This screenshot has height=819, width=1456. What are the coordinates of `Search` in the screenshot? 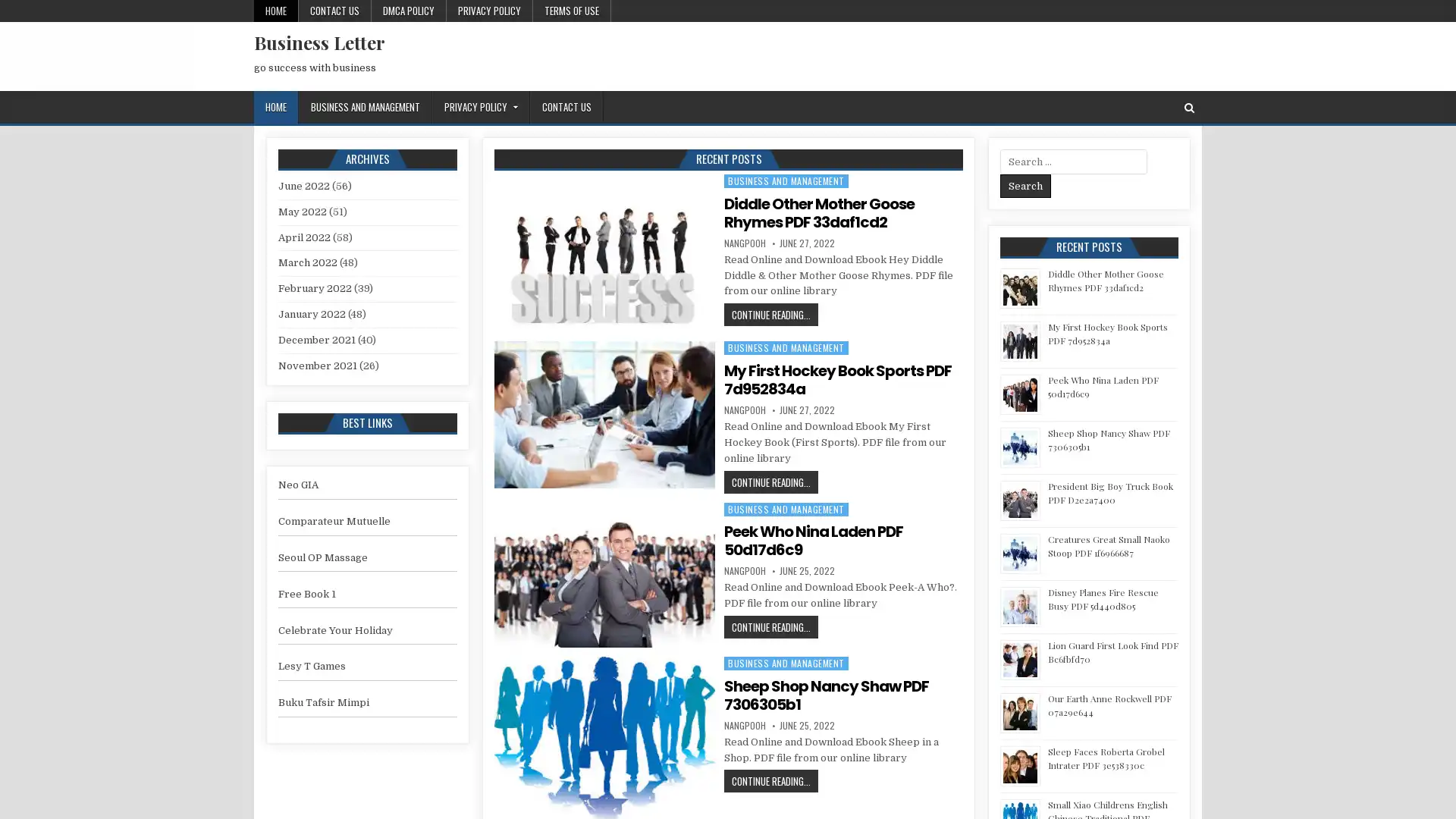 It's located at (1025, 185).